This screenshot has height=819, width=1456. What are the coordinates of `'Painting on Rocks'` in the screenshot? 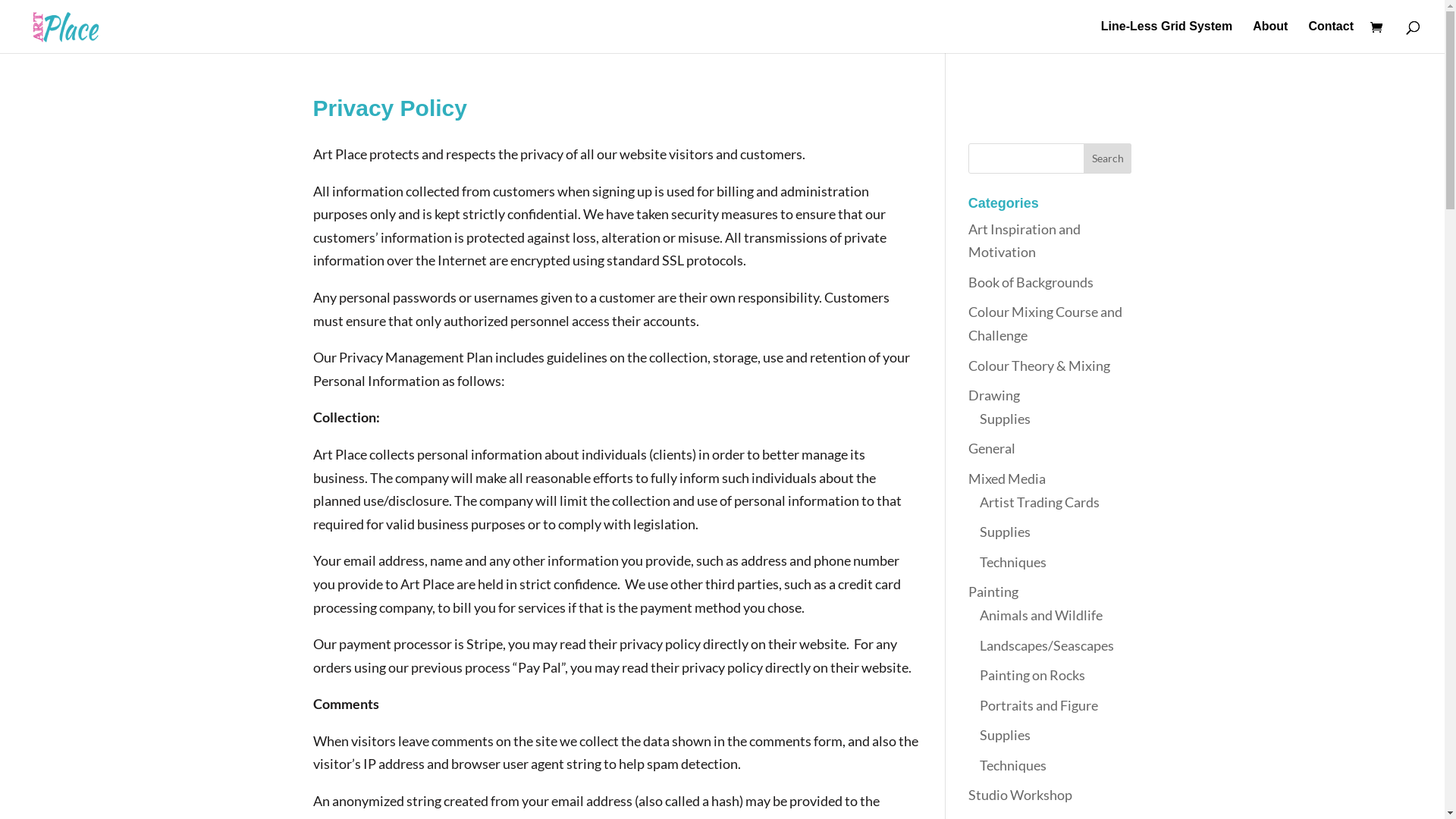 It's located at (1031, 674).